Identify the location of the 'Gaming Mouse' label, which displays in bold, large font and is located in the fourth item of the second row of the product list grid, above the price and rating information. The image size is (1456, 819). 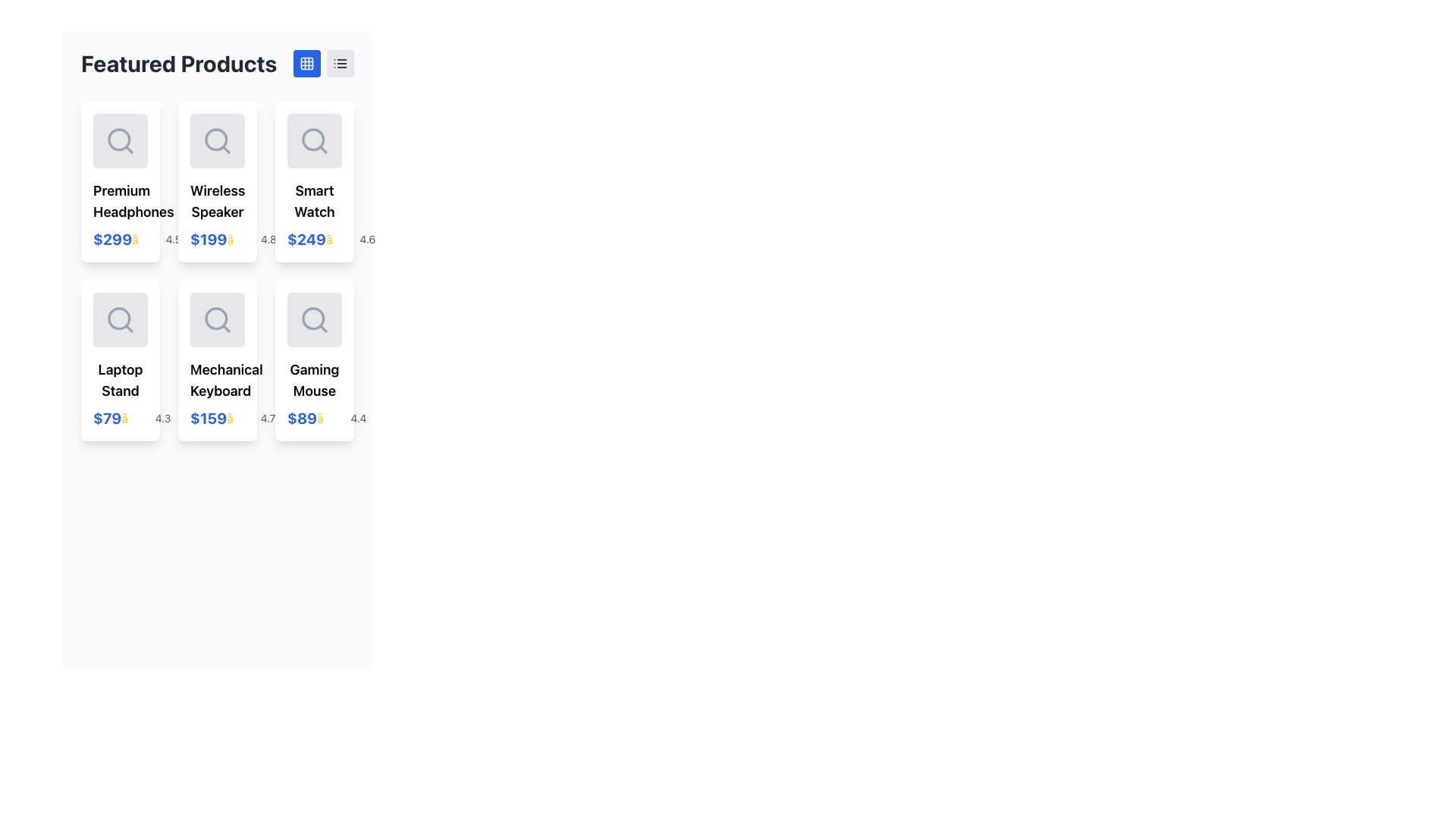
(313, 379).